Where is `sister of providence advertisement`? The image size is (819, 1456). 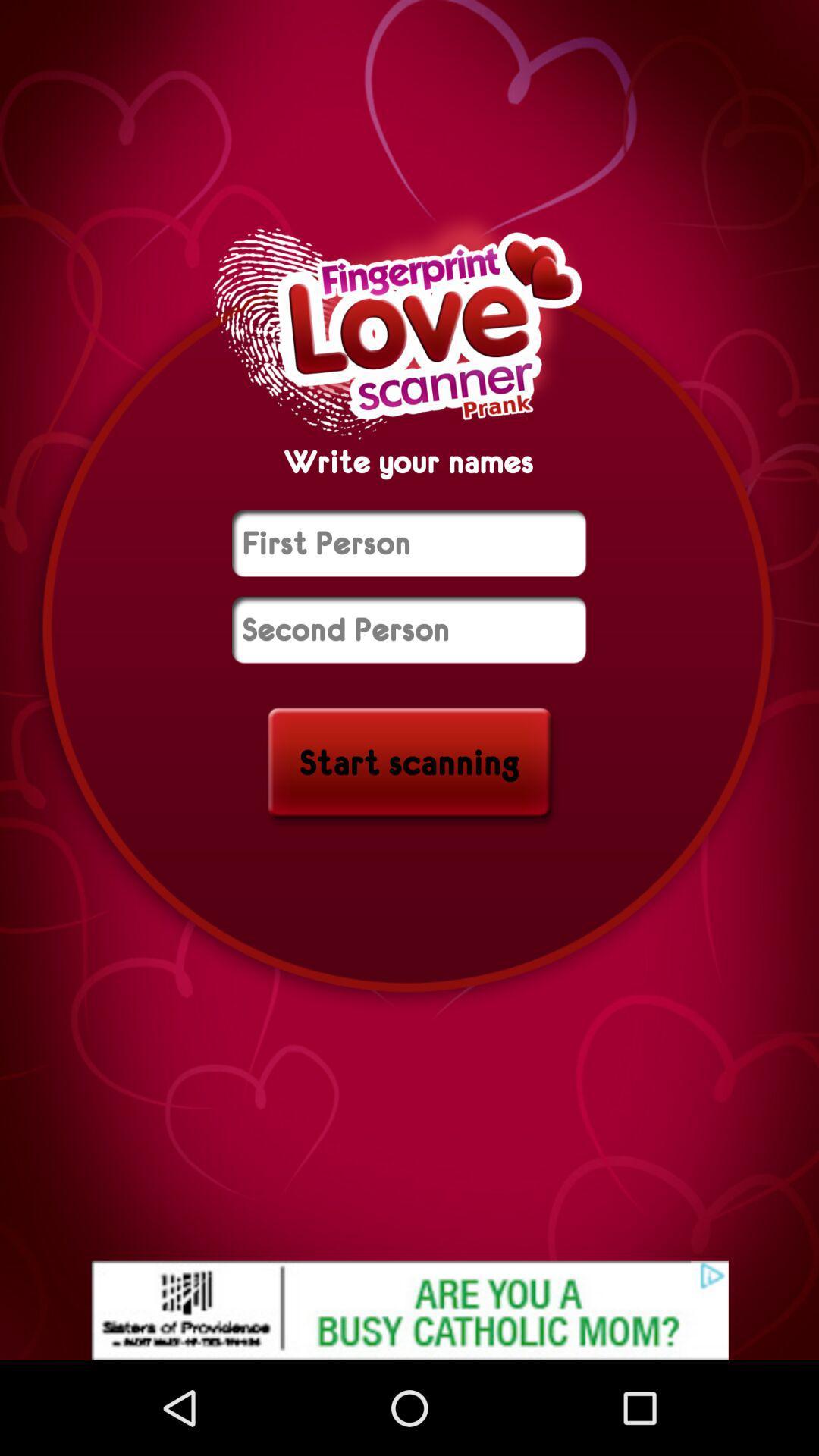
sister of providence advertisement is located at coordinates (409, 1310).